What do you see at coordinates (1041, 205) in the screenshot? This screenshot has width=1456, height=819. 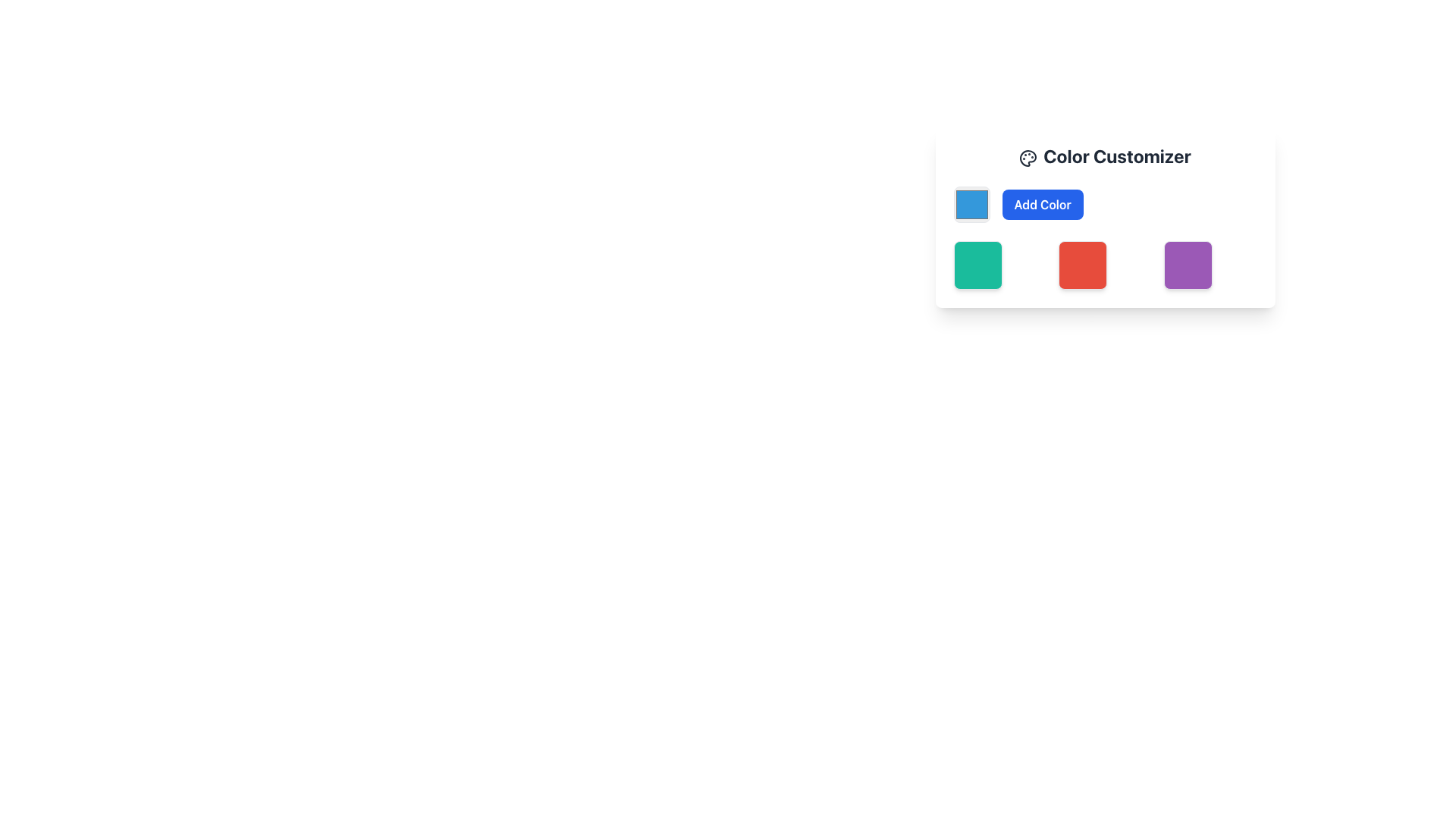 I see `the rectangular blue button labeled 'Add Color'` at bounding box center [1041, 205].